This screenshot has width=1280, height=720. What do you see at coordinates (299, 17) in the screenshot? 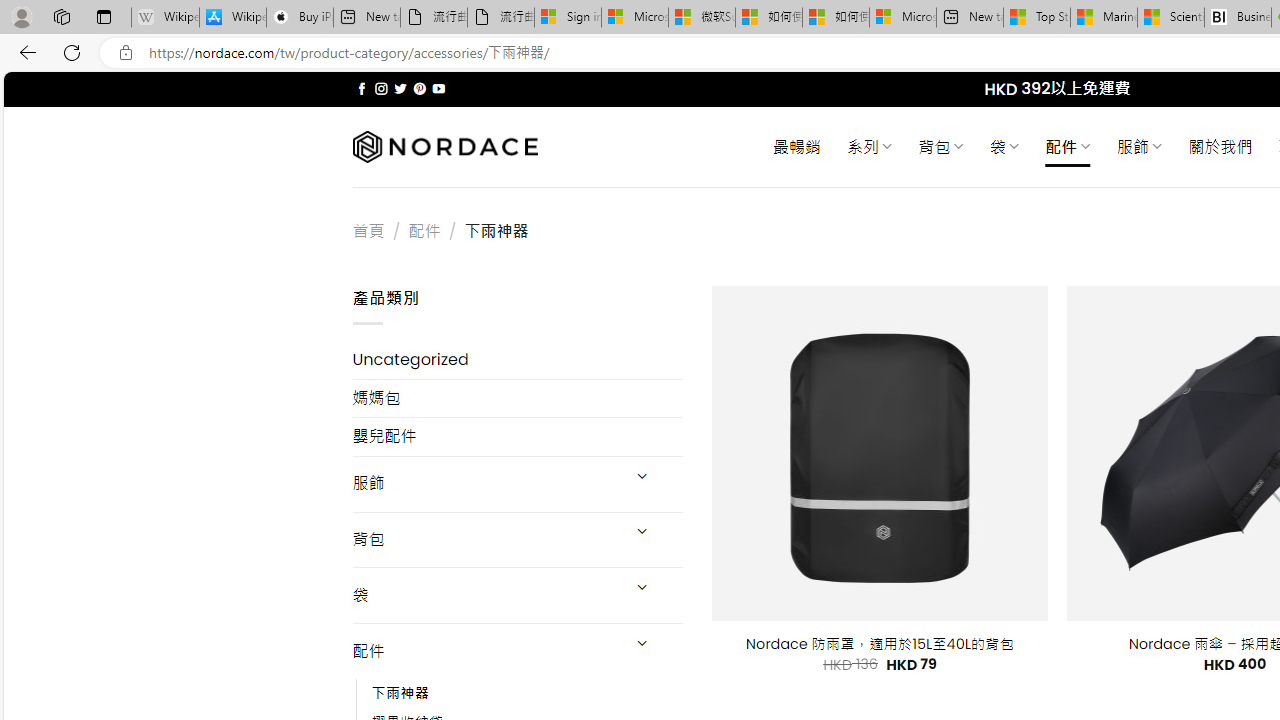
I see `'Buy iPad - Apple'` at bounding box center [299, 17].